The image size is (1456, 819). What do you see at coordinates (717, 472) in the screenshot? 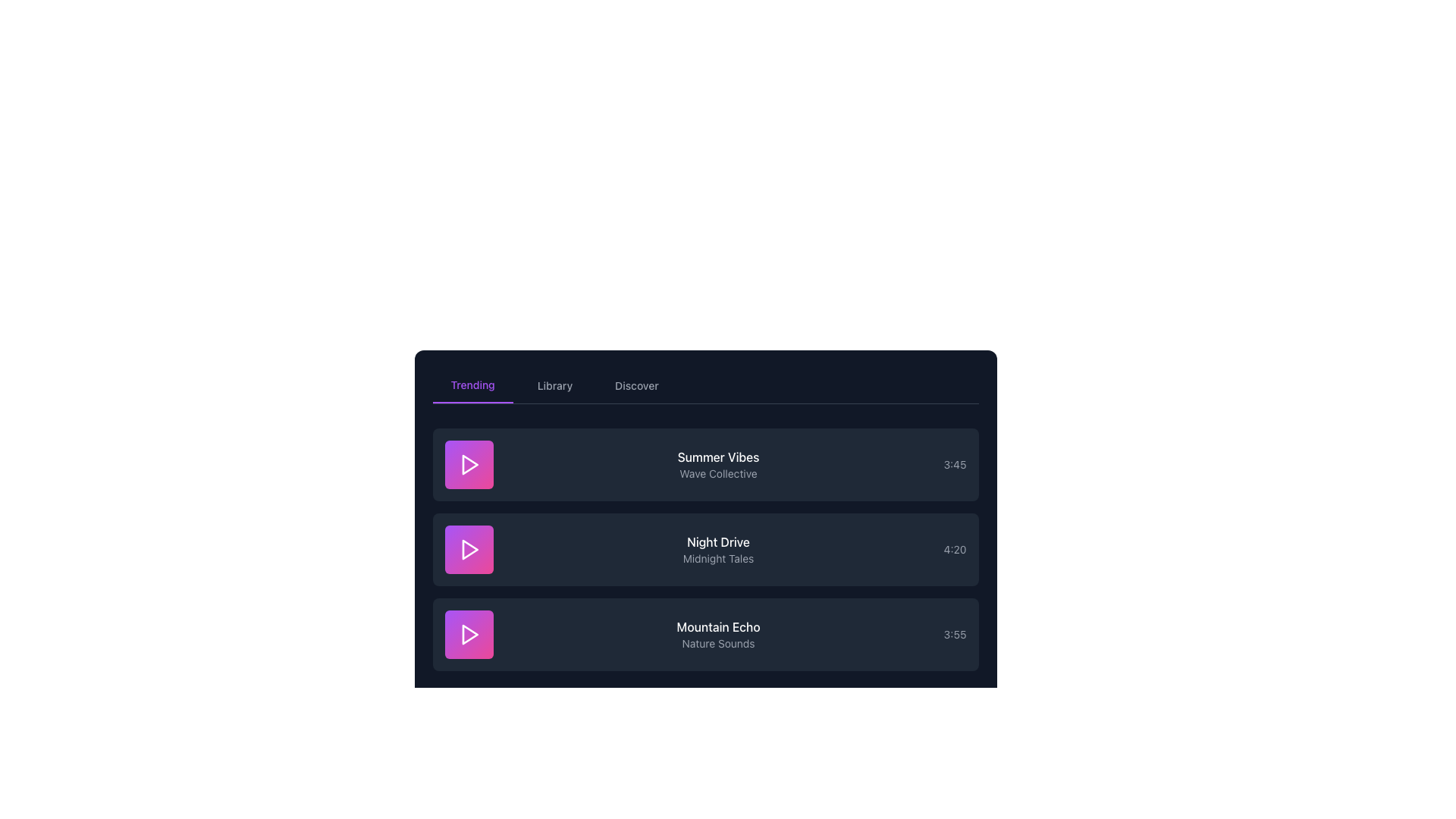
I see `the Text label located below the 'Summer Vibes' heading` at bounding box center [717, 472].